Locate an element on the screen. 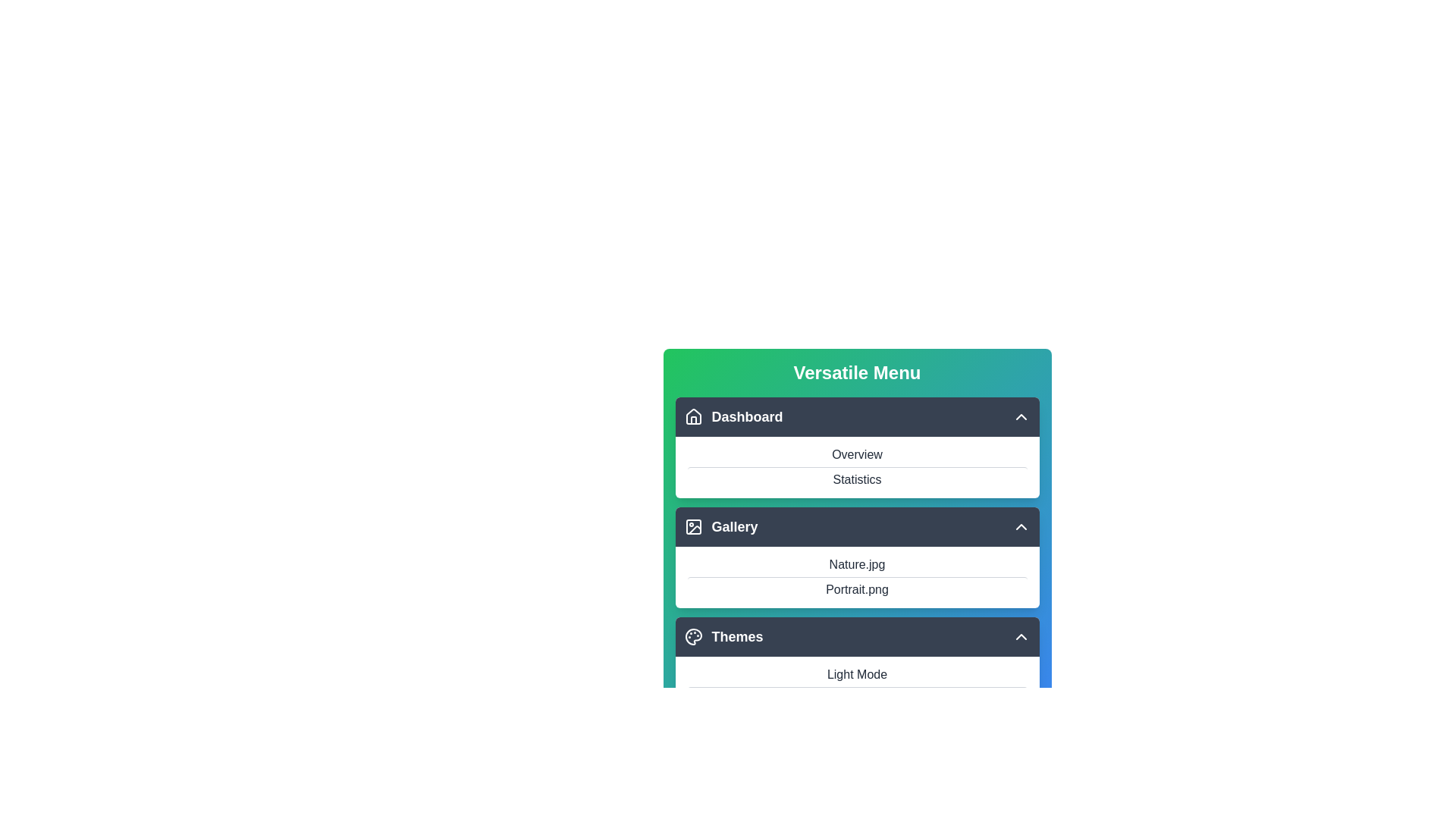 This screenshot has height=819, width=1456. the item Light Mode from the section Themes is located at coordinates (857, 637).